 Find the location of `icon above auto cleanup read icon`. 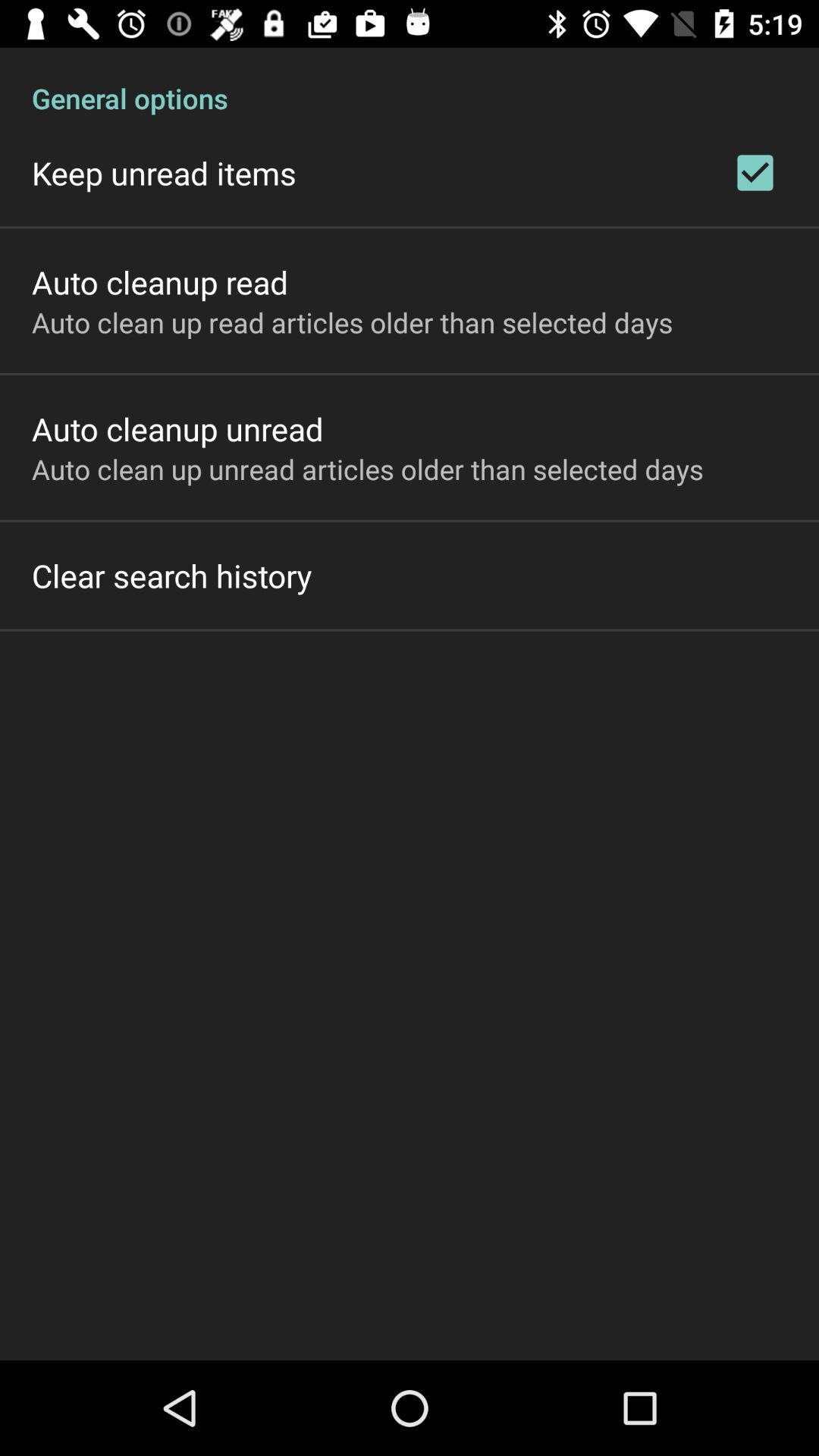

icon above auto cleanup read icon is located at coordinates (164, 173).